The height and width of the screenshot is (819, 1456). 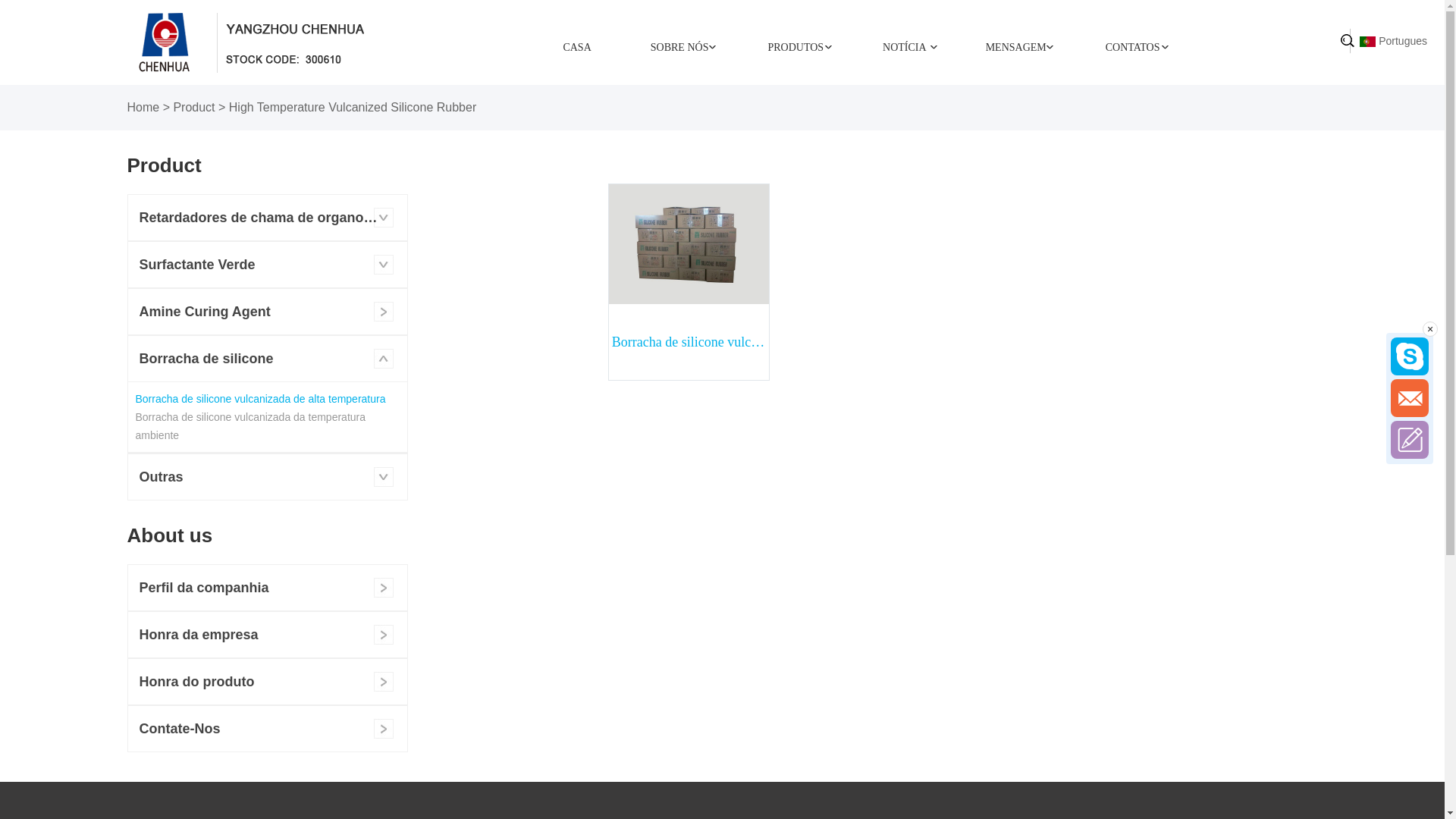 What do you see at coordinates (1367, 40) in the screenshot?
I see `'Portugues'` at bounding box center [1367, 40].